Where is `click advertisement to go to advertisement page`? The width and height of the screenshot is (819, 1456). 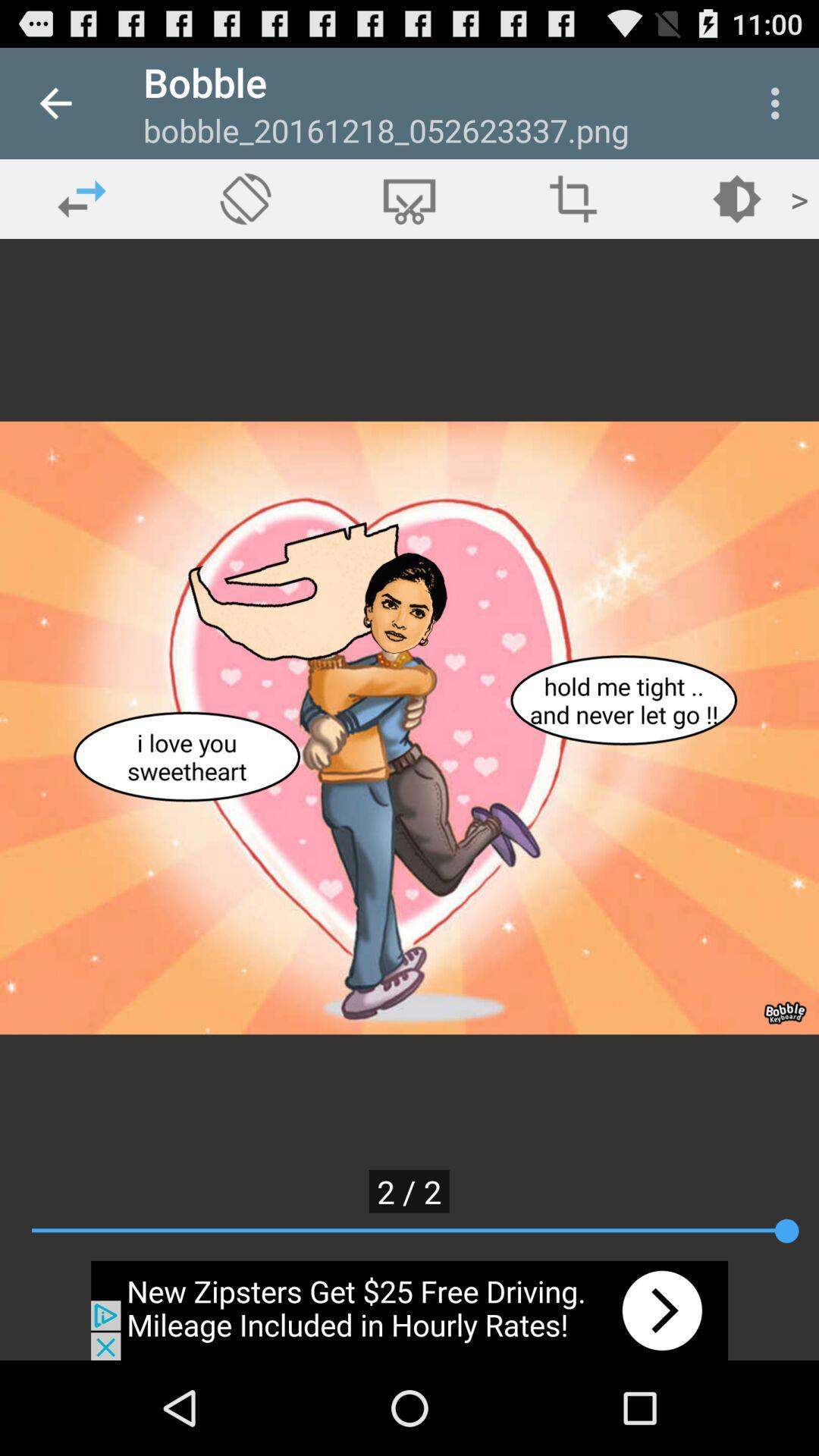 click advertisement to go to advertisement page is located at coordinates (409, 1310).